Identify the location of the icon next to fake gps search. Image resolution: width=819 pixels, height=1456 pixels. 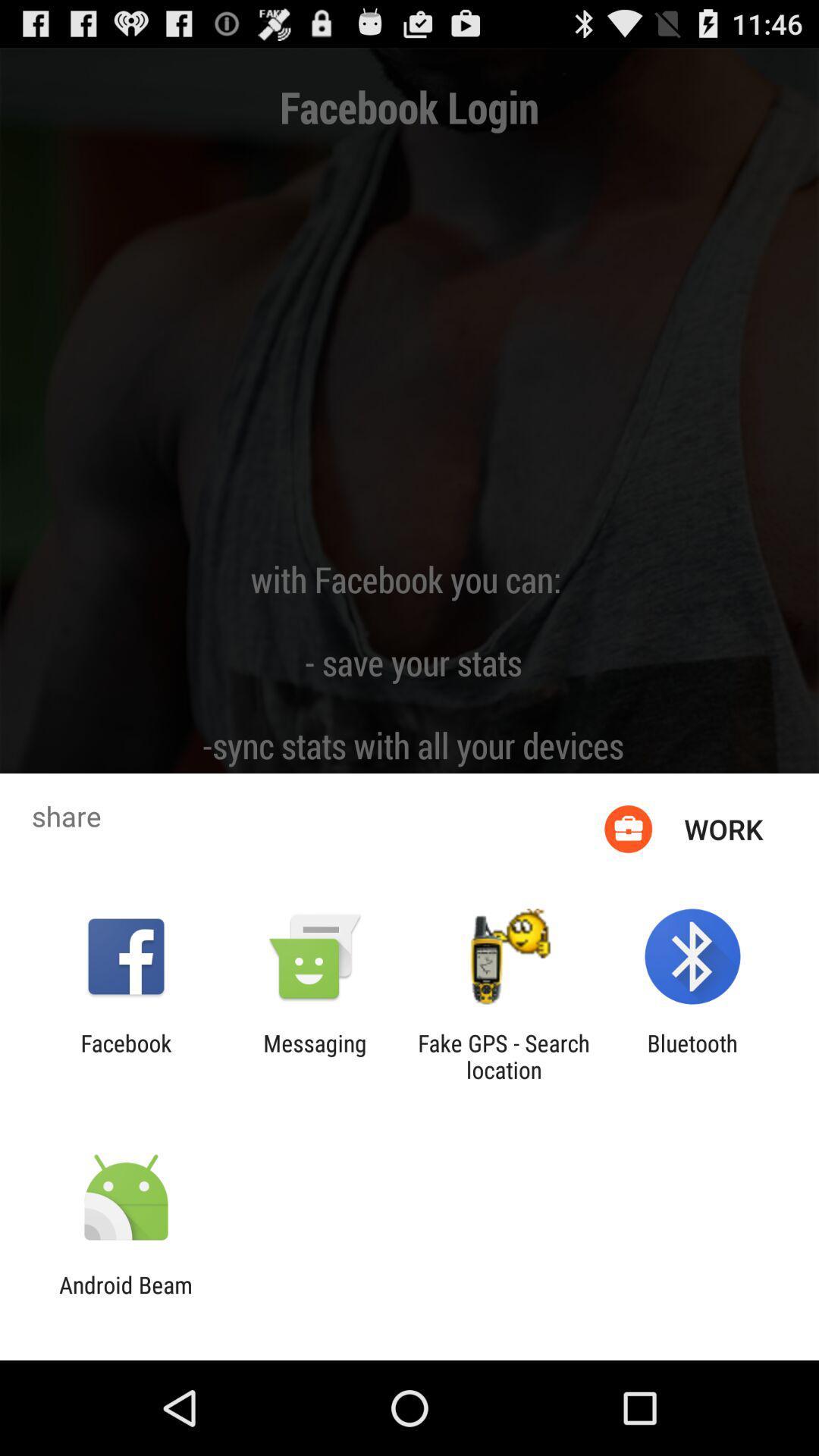
(314, 1056).